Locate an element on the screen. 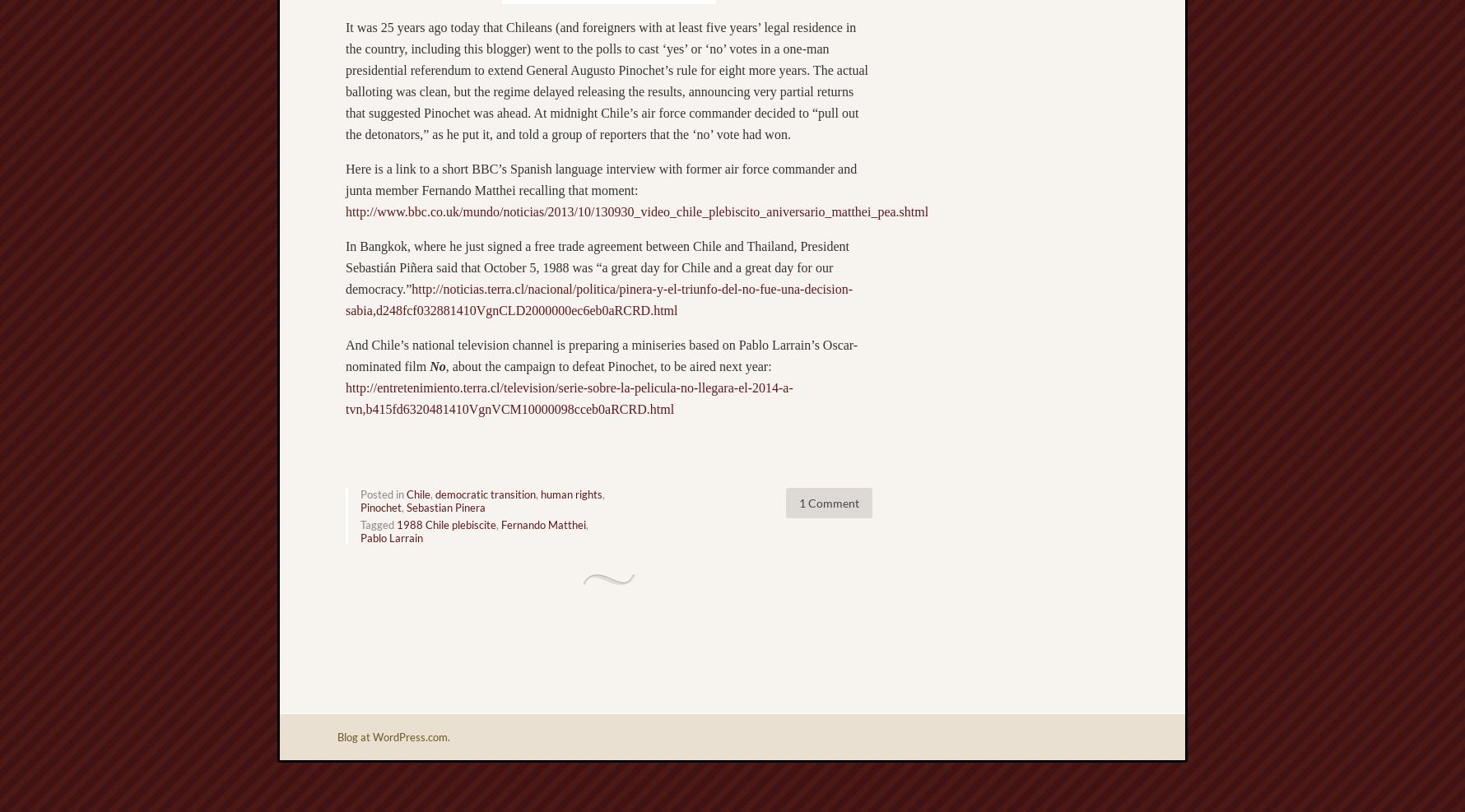 The height and width of the screenshot is (812, 1465). 'Blog at WordPress.com.' is located at coordinates (393, 735).